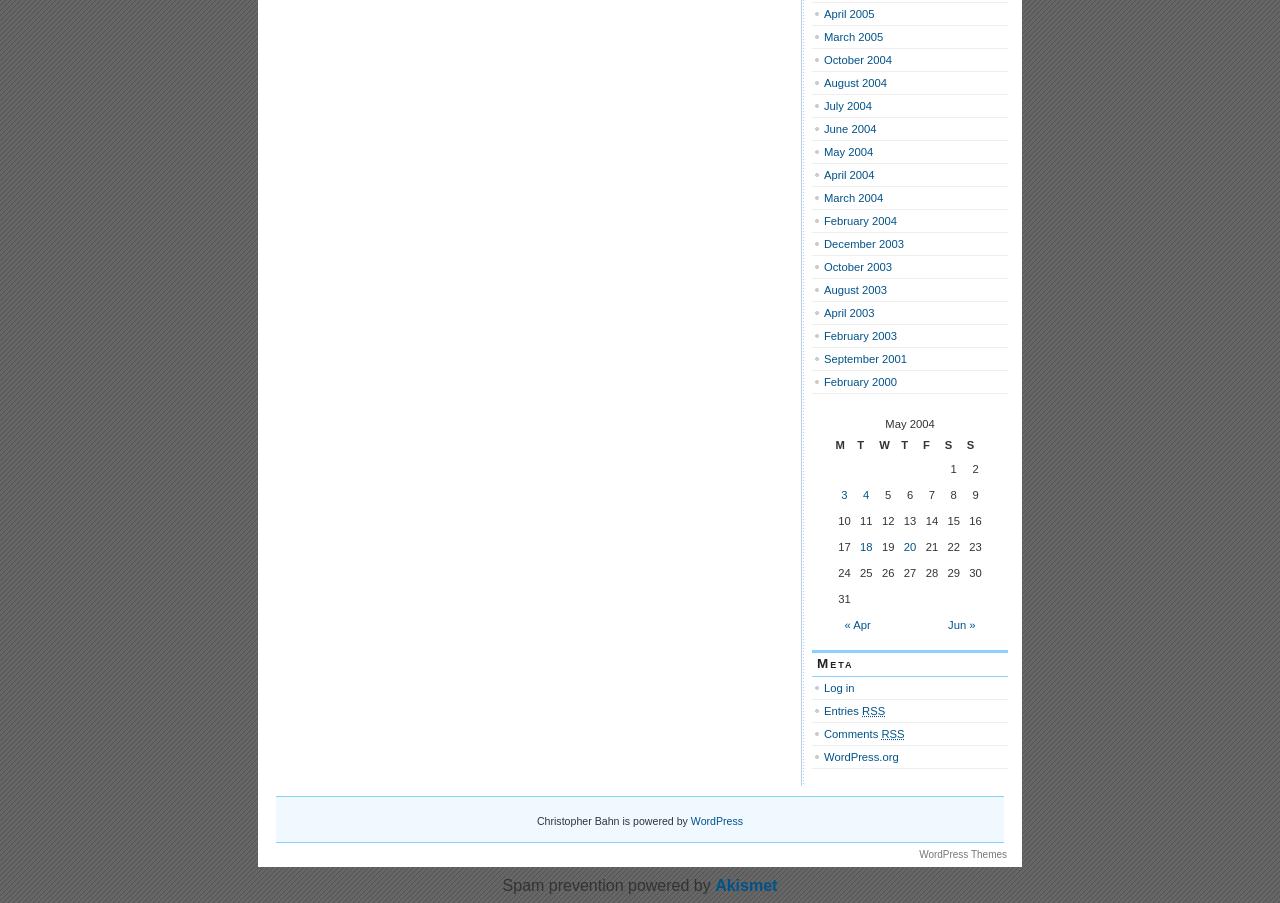 Image resolution: width=1280 pixels, height=903 pixels. What do you see at coordinates (974, 572) in the screenshot?
I see `'30'` at bounding box center [974, 572].